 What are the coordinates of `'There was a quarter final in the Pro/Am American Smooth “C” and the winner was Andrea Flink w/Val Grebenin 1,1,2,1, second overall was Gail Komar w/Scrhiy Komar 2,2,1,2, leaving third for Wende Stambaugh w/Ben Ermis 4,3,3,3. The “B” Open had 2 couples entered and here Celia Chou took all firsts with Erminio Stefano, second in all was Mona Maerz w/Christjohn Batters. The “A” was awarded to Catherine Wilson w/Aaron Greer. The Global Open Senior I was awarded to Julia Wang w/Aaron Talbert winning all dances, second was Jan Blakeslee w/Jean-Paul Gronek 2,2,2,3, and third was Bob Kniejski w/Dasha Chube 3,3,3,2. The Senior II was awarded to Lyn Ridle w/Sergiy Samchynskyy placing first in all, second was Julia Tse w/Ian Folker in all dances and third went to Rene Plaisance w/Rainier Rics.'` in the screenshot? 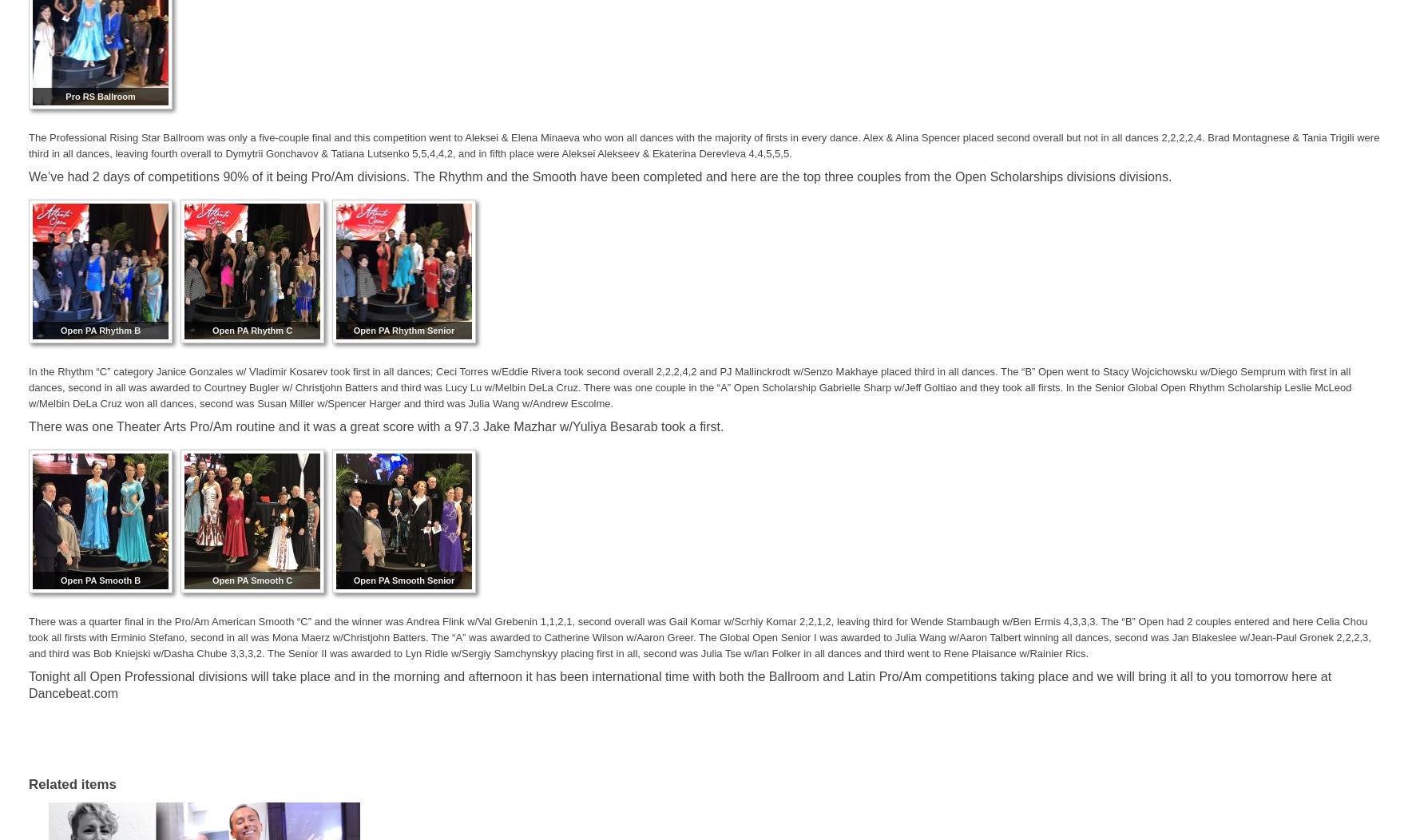 It's located at (699, 637).